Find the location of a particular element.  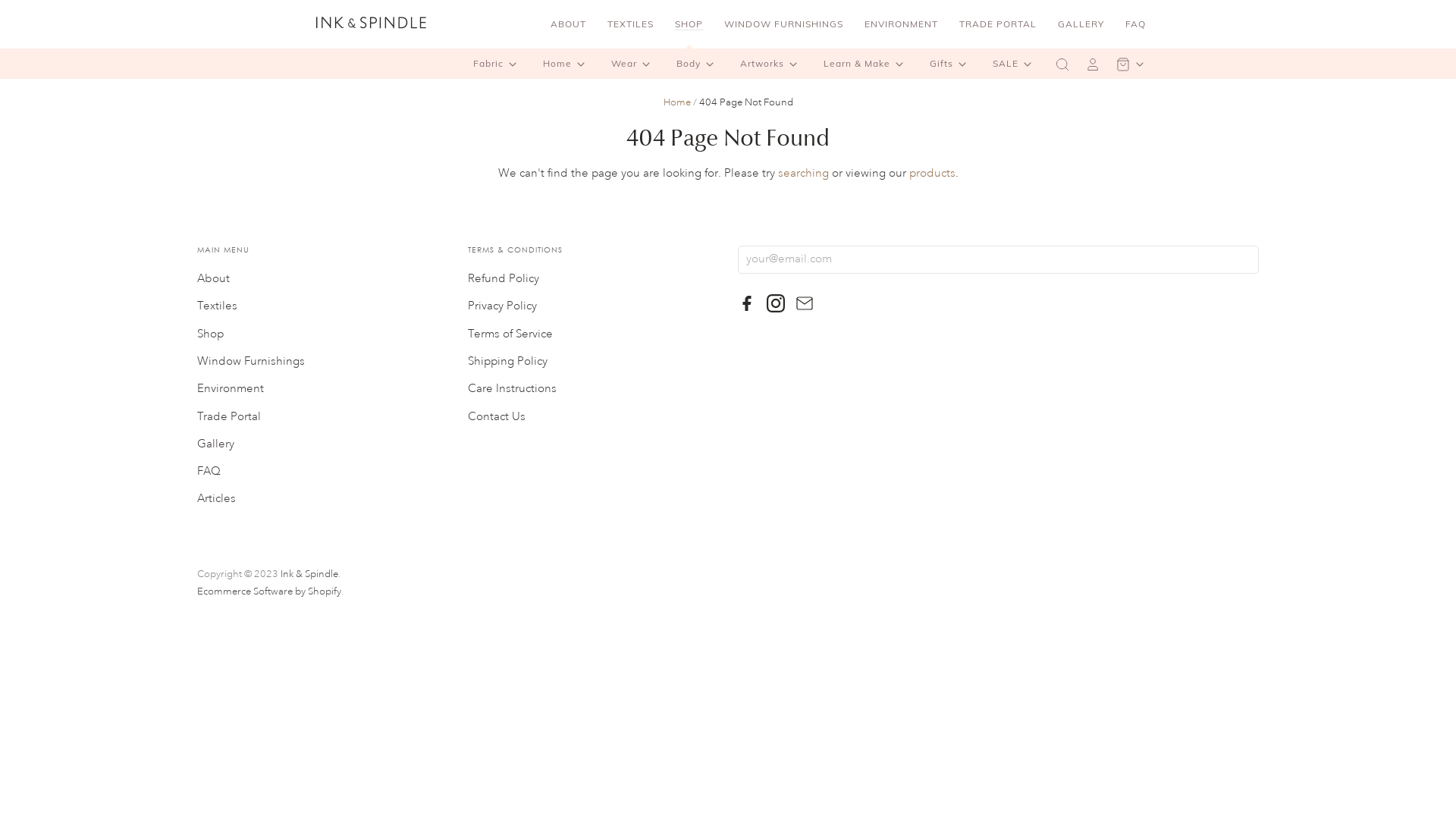

'Contact Us' is located at coordinates (496, 416).